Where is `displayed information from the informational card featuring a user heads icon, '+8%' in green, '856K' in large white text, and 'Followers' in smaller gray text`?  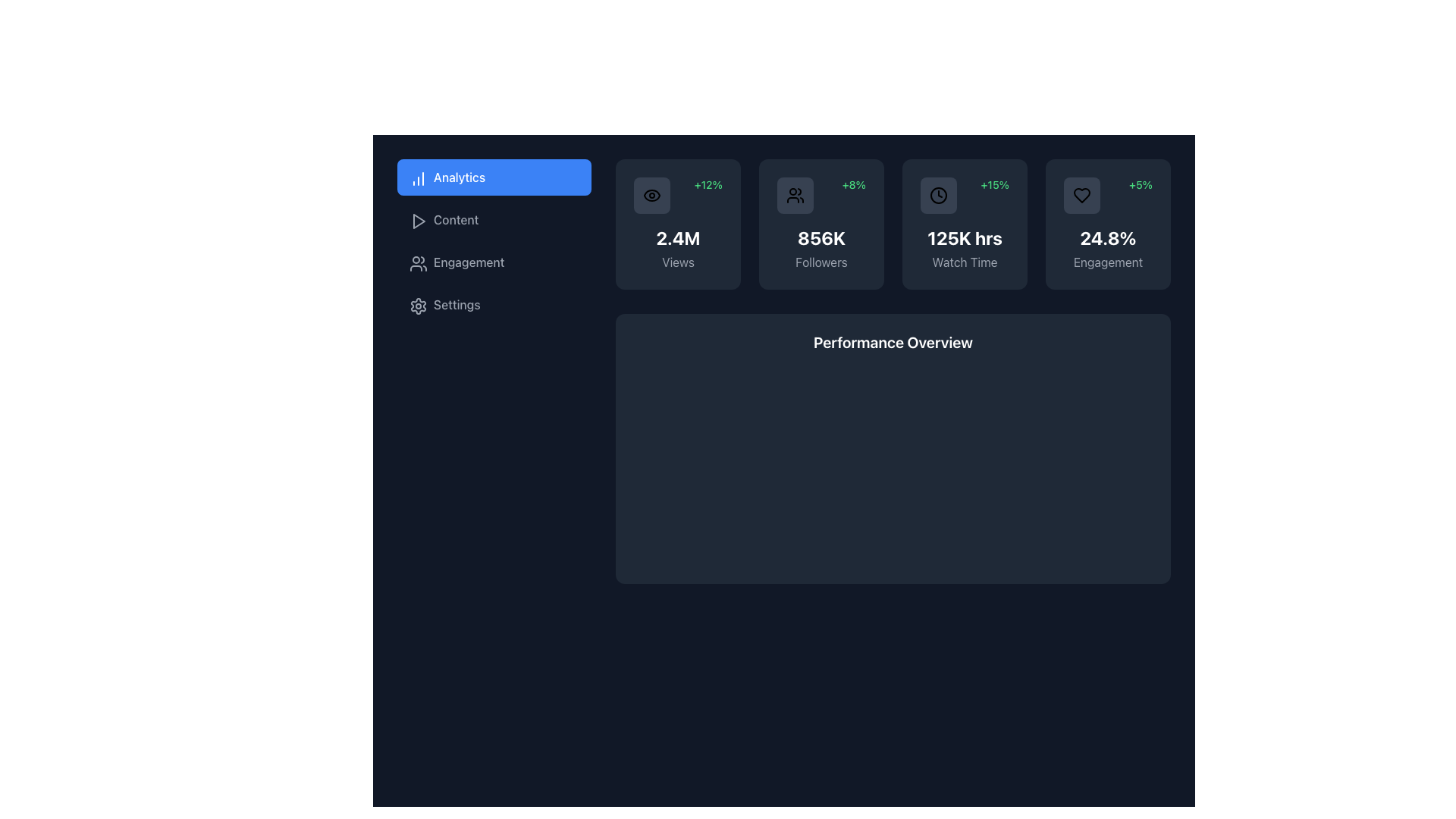
displayed information from the informational card featuring a user heads icon, '+8%' in green, '856K' in large white text, and 'Followers' in smaller gray text is located at coordinates (821, 224).